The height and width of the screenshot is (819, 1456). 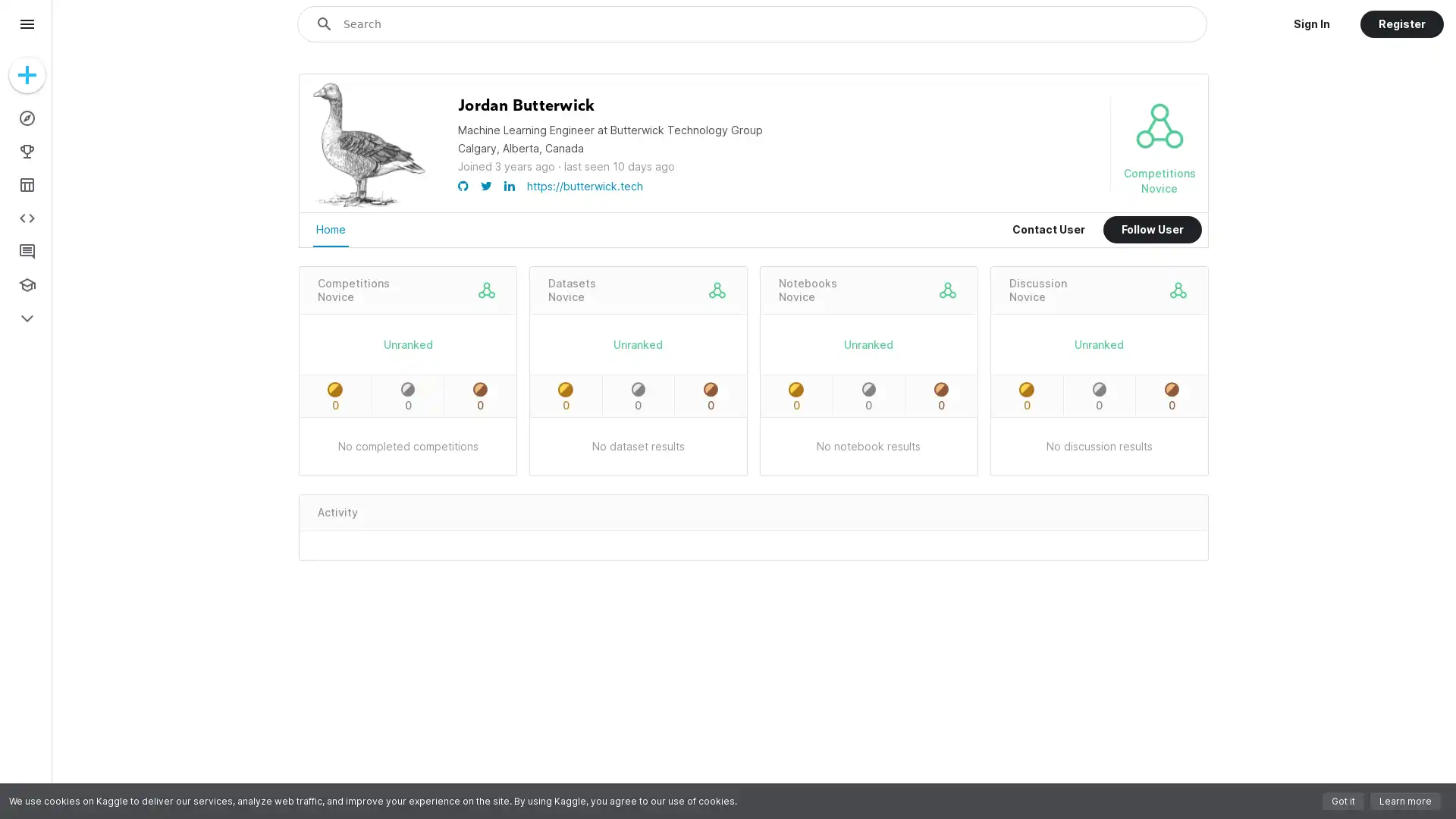 What do you see at coordinates (1401, 24) in the screenshot?
I see `Register` at bounding box center [1401, 24].